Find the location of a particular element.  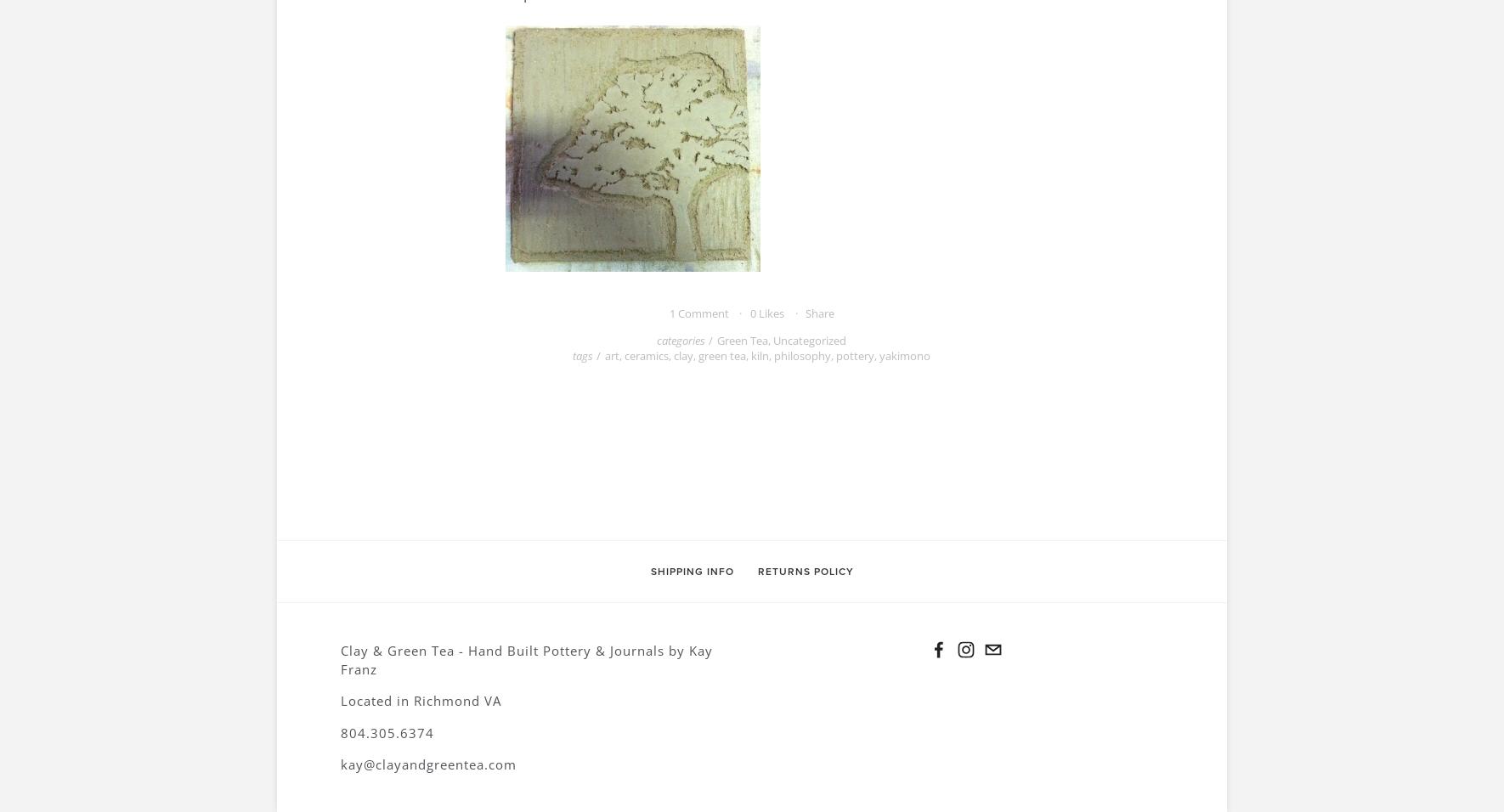

'categories' is located at coordinates (681, 339).